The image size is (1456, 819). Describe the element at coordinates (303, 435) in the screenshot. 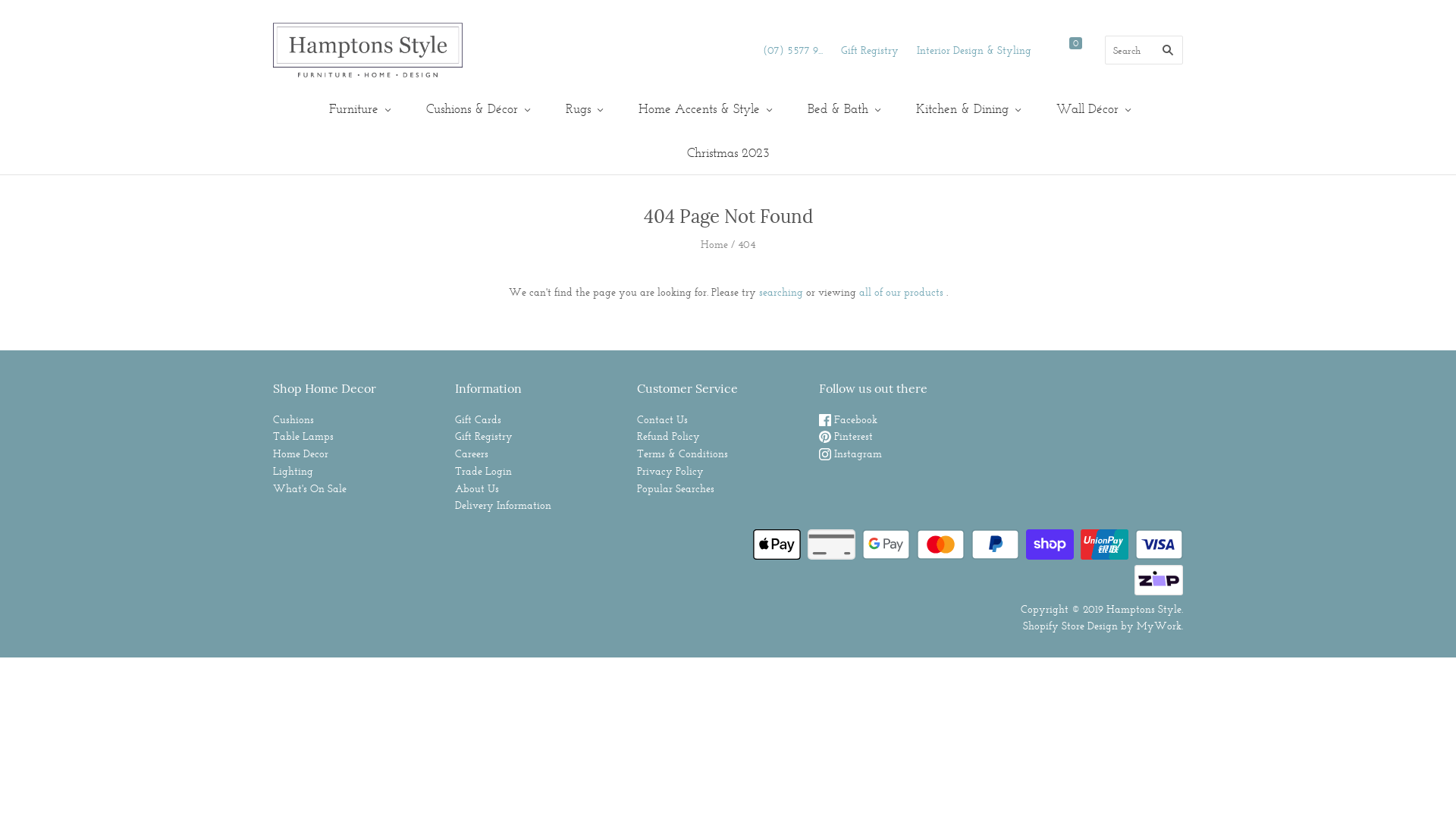

I see `'Table Lamps'` at that location.